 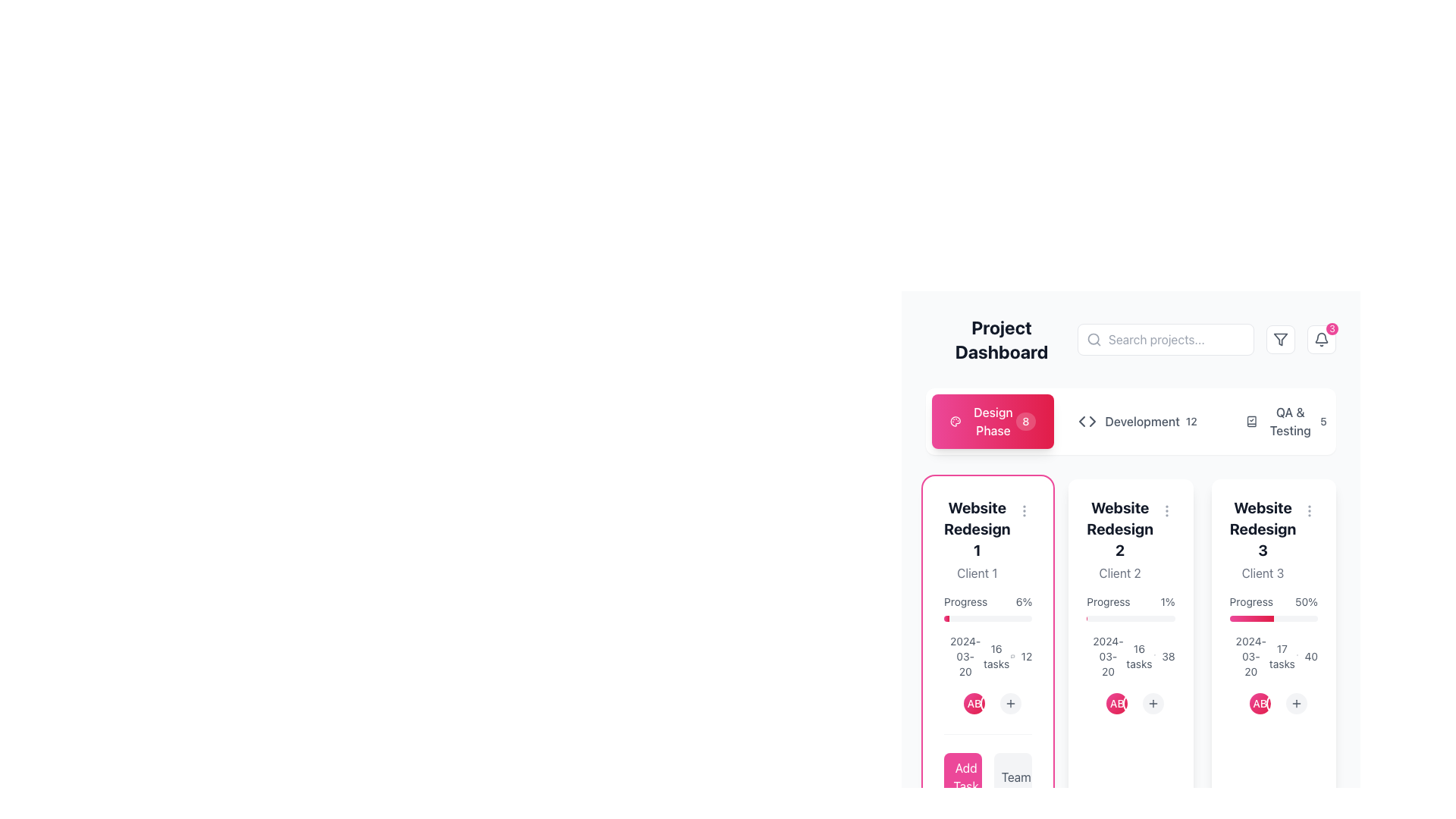 What do you see at coordinates (1273, 607) in the screenshot?
I see `on the 'Progress' component displaying '50%' within the 'Website Redesign 3' section under the 'Design Phase' tab` at bounding box center [1273, 607].